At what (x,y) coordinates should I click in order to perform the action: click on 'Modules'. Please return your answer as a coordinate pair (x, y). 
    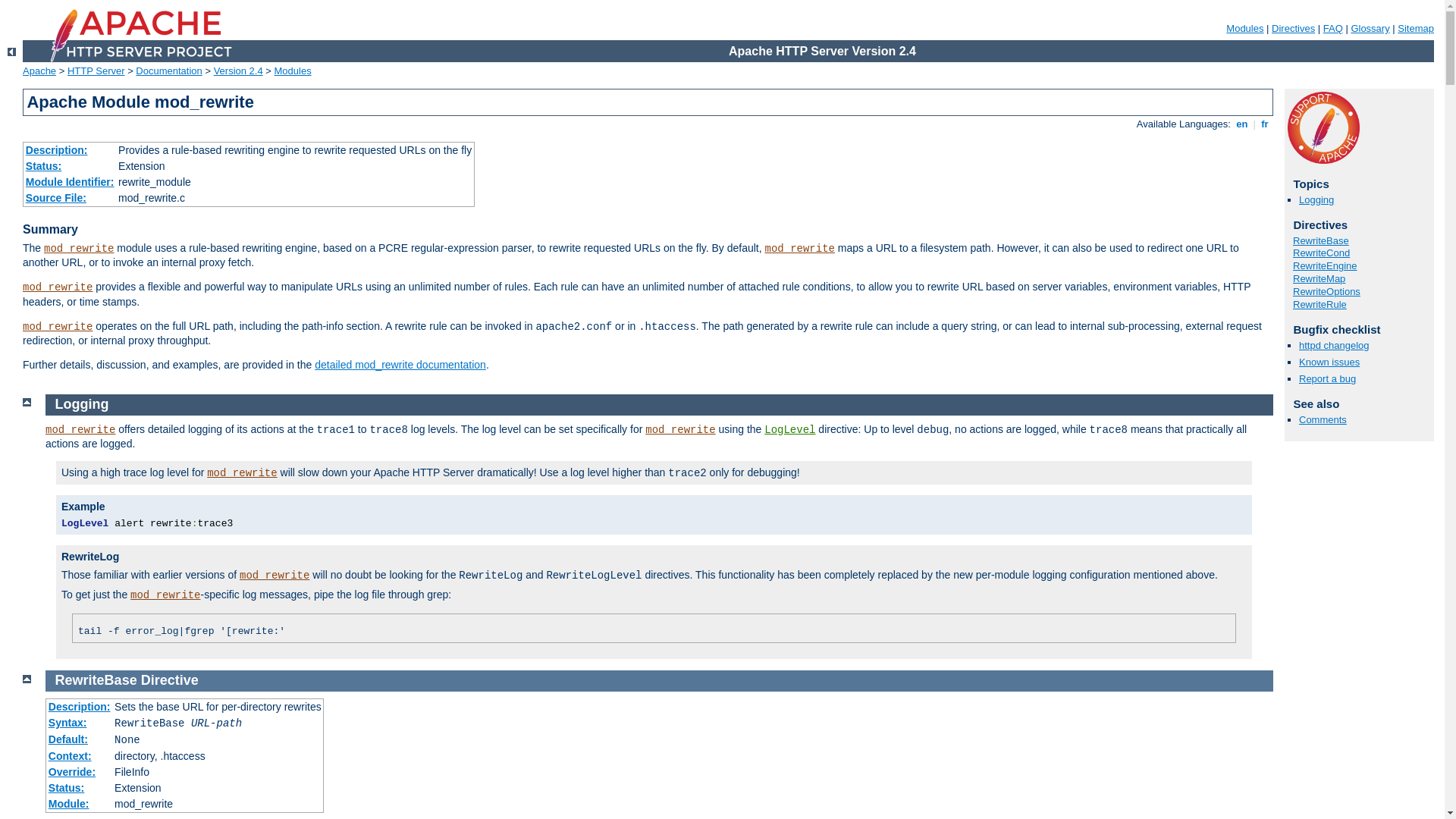
    Looking at the image, I should click on (1244, 28).